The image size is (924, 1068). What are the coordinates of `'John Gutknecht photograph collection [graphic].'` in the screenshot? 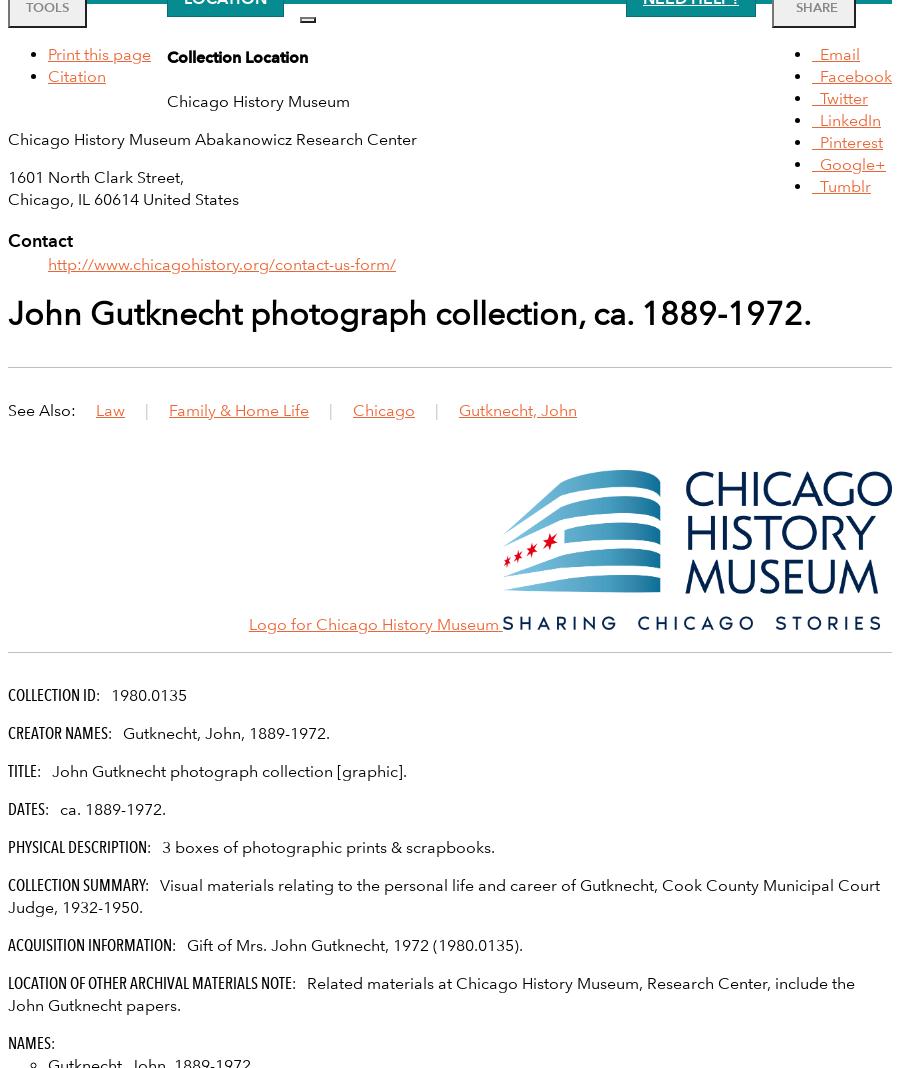 It's located at (229, 770).